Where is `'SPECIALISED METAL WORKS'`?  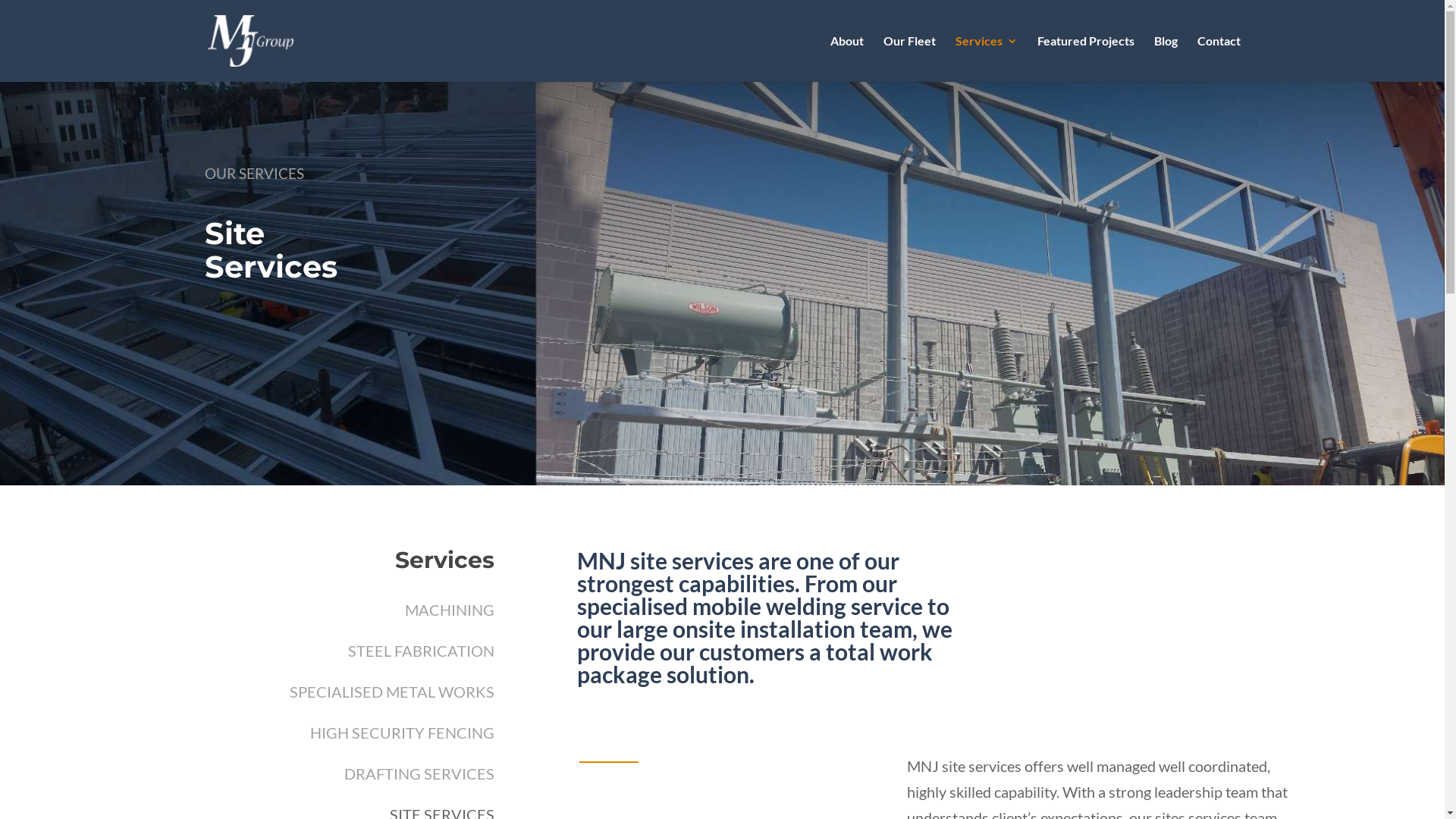
'SPECIALISED METAL WORKS' is located at coordinates (392, 691).